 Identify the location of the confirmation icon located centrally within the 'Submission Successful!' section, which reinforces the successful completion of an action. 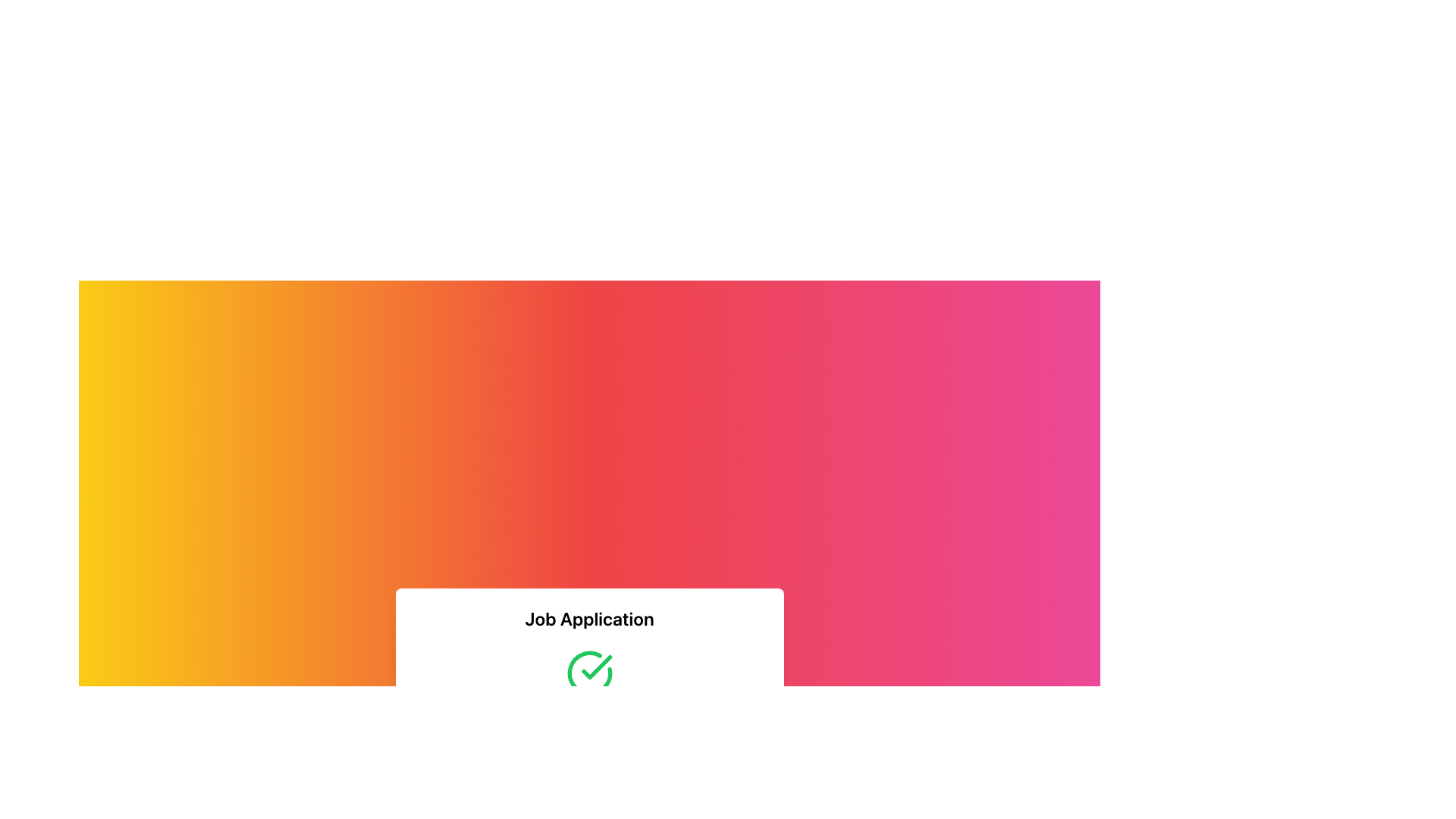
(588, 672).